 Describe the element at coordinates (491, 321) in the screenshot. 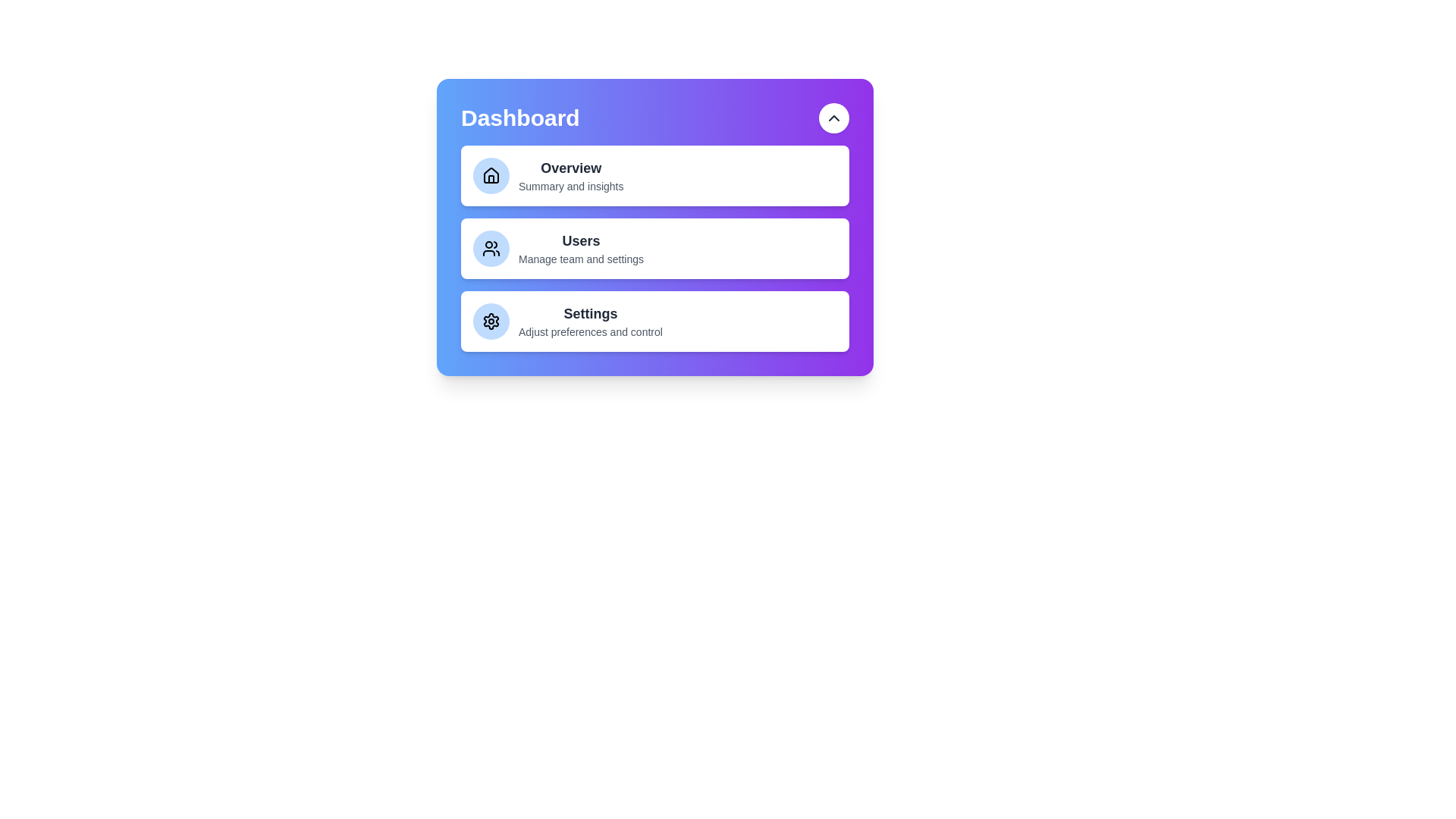

I see `the icon of the menu item labeled Settings` at that location.